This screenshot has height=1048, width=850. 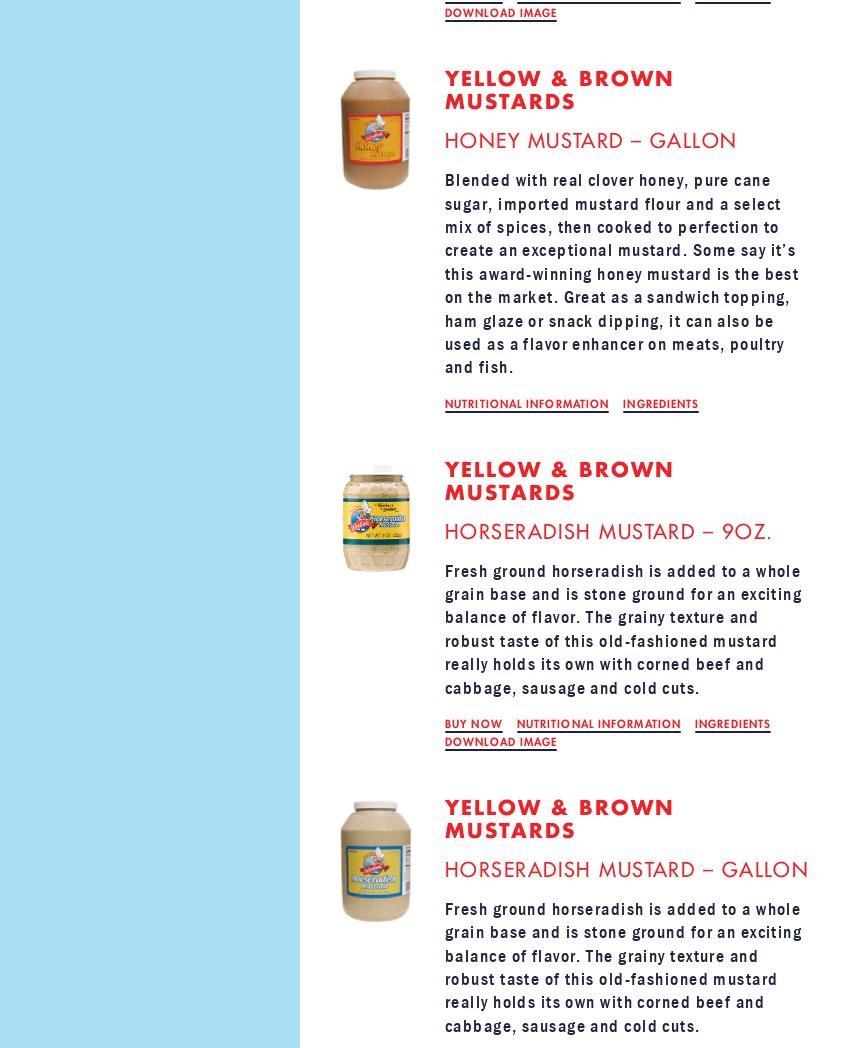 I want to click on 'HORSERADISH MUSTARD – 9OZ.', so click(x=608, y=530).